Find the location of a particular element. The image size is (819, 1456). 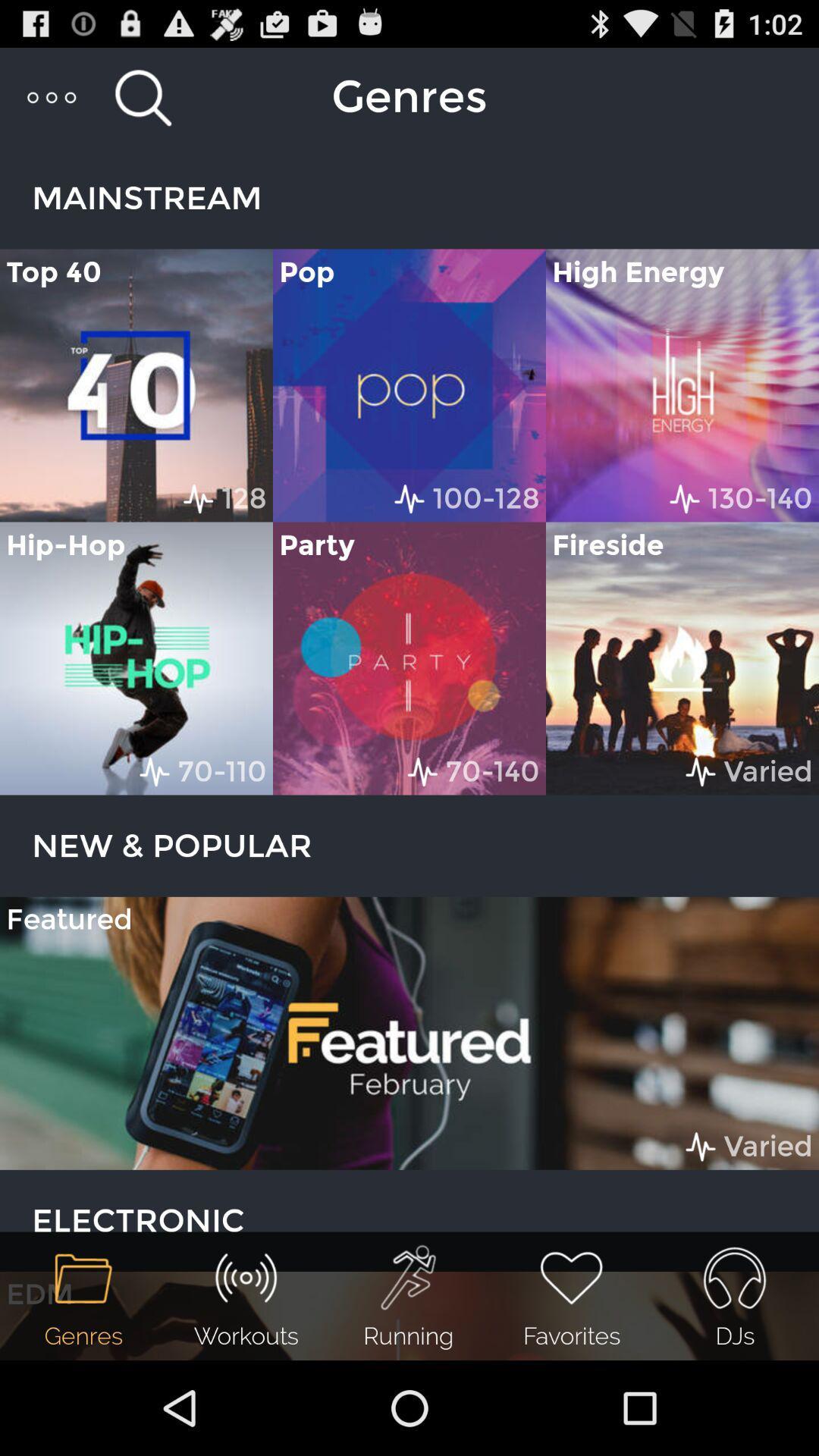

the icon above workouts is located at coordinates (245, 1277).